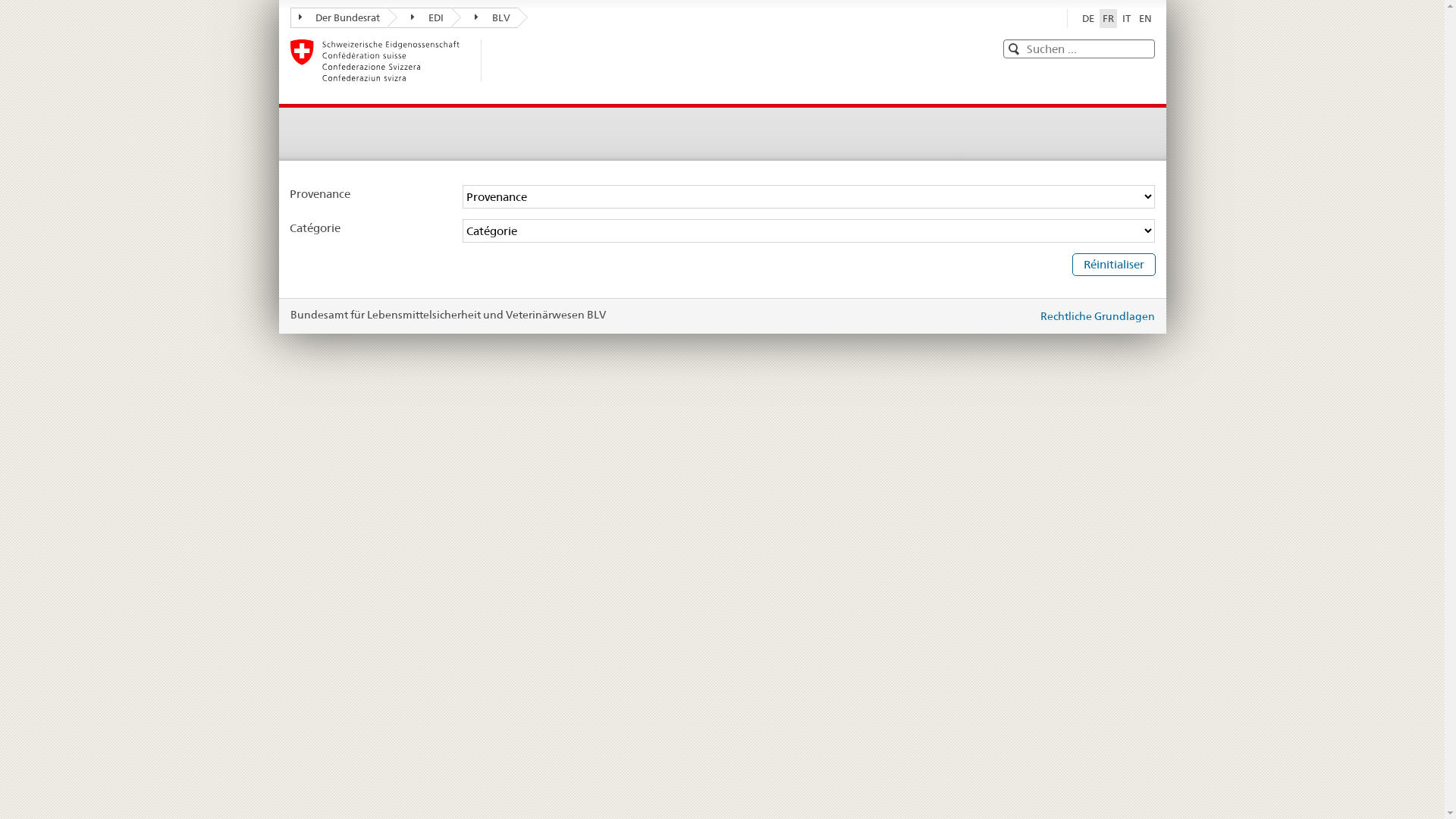 Image resolution: width=1456 pixels, height=819 pixels. I want to click on 'BLV', so click(483, 17).